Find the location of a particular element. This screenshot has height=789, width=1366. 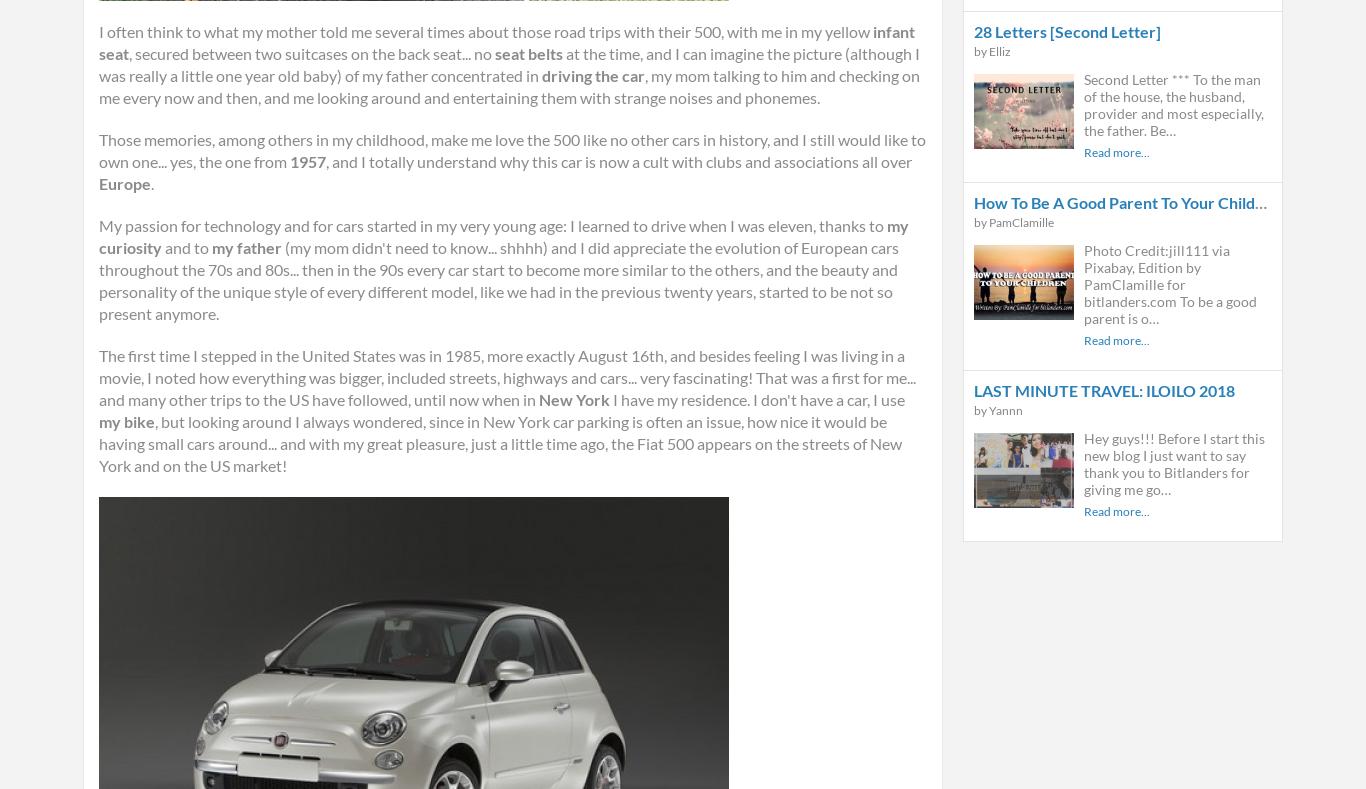

'How To Be A Good Parent To Your Children' is located at coordinates (1125, 201).